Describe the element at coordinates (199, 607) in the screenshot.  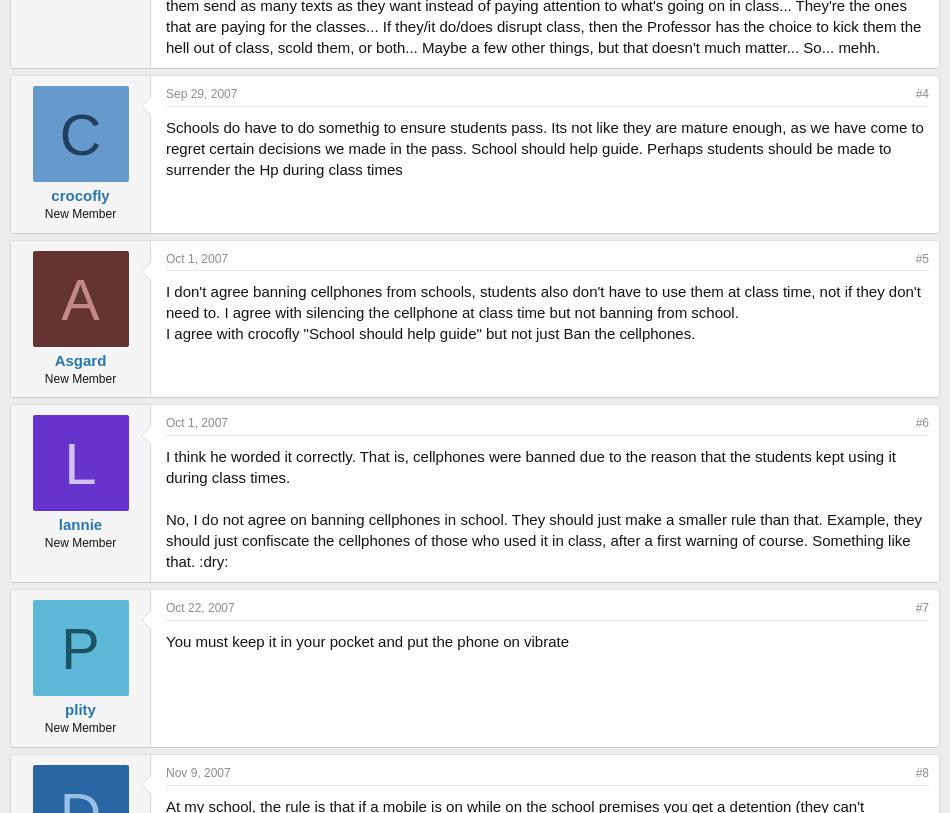
I see `'Oct 22, 2007'` at that location.